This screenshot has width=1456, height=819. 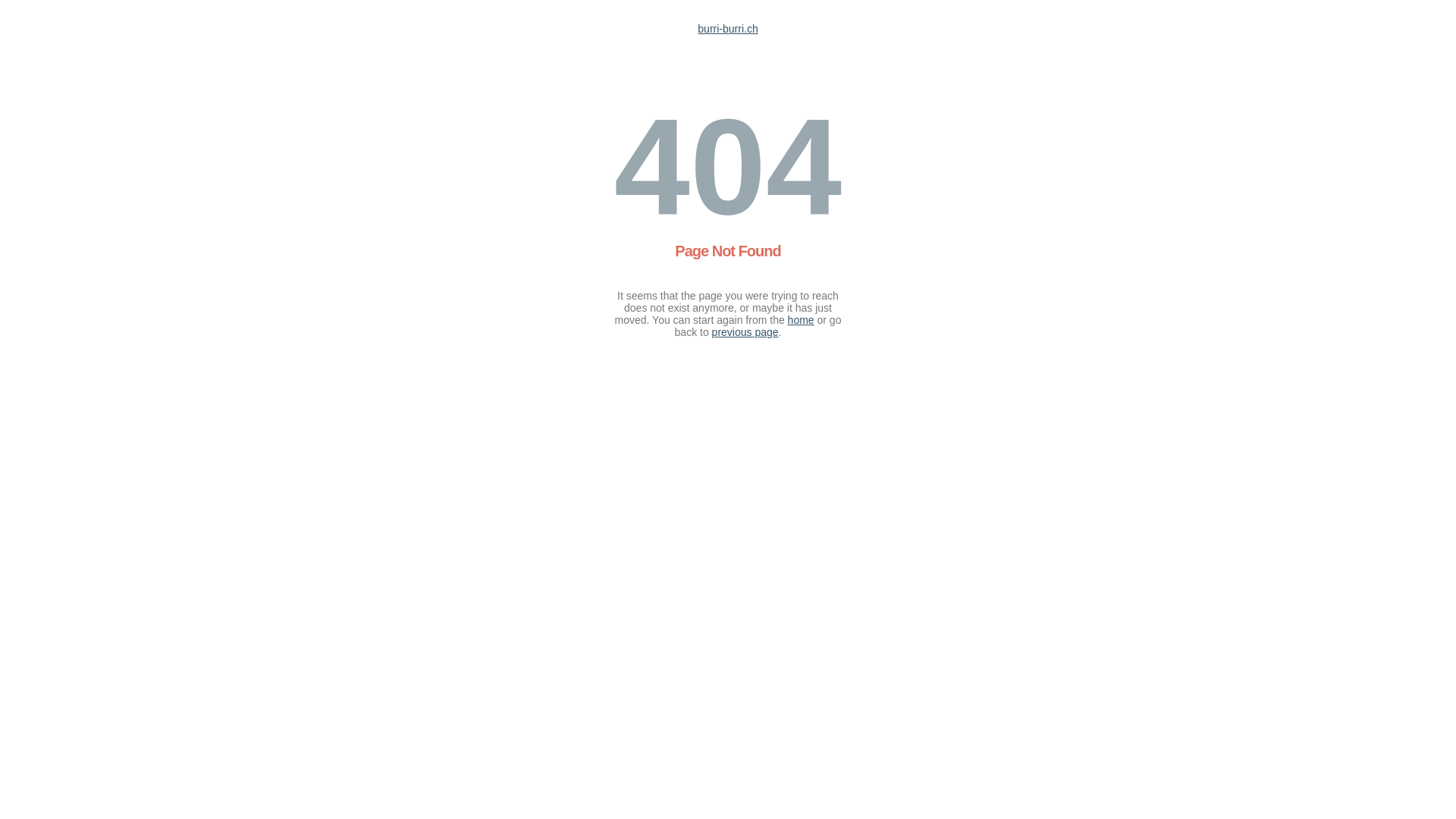 I want to click on 'previous page', so click(x=745, y=331).